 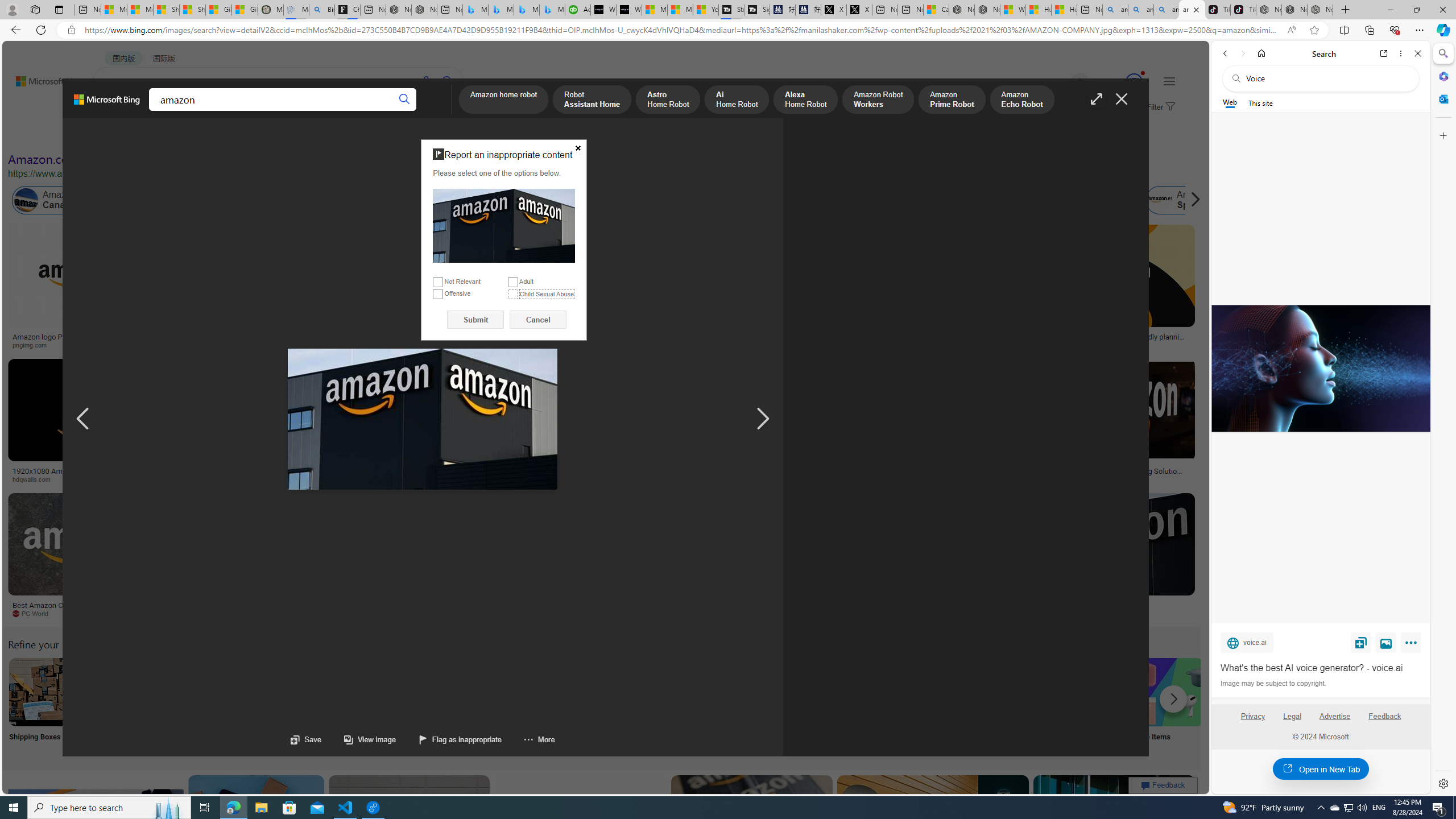 What do you see at coordinates (271, 9) in the screenshot?
I see `'Manatee Mortality Statistics | FWC'` at bounding box center [271, 9].